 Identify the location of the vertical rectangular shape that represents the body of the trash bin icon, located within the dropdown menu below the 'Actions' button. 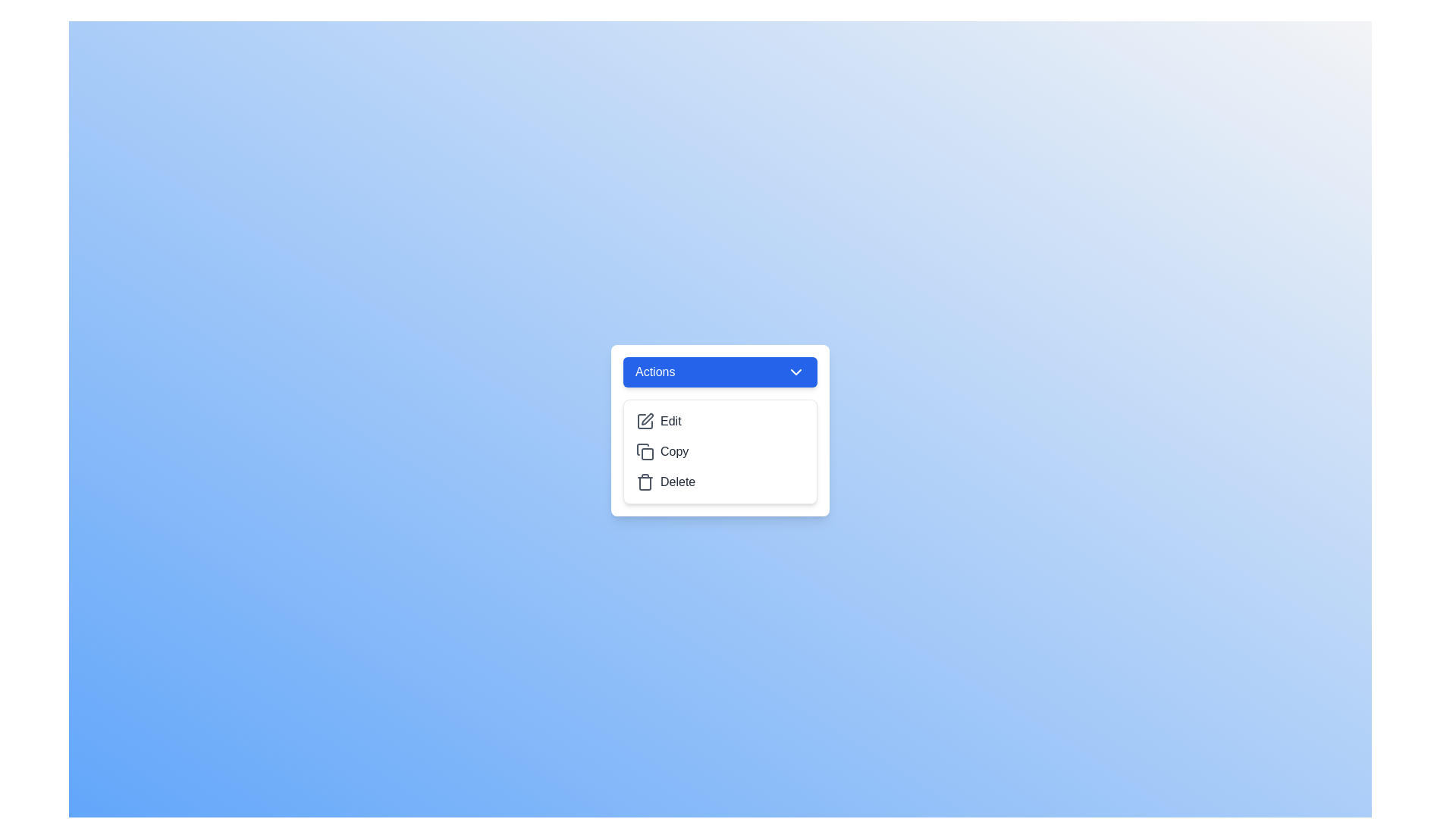
(645, 483).